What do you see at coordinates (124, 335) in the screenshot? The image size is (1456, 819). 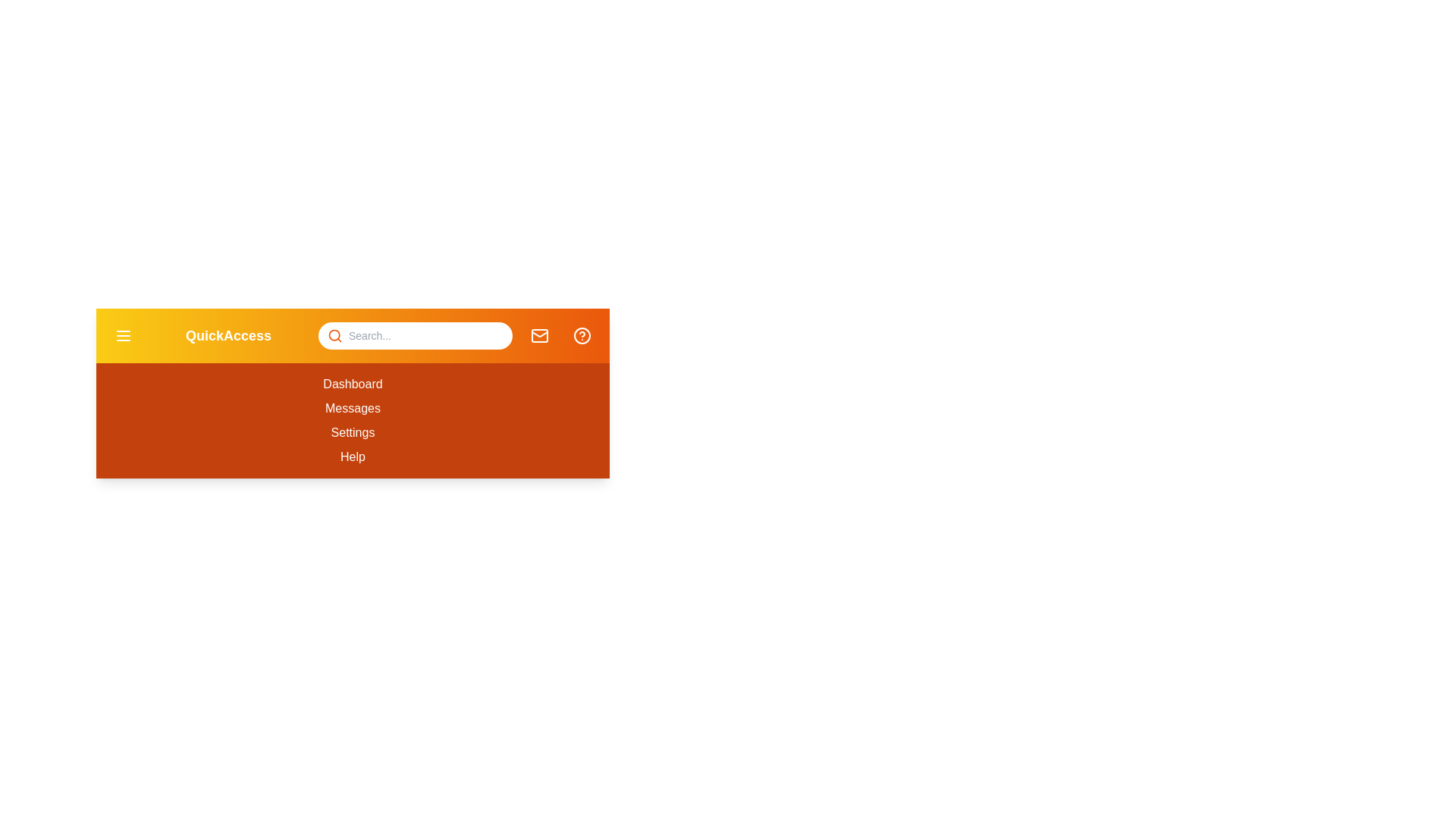 I see `the menu toggle icon, which is a square button with three horizontal lines on a yellow background, located in the top navigation bar to the left of the 'QuickAccess' label` at bounding box center [124, 335].